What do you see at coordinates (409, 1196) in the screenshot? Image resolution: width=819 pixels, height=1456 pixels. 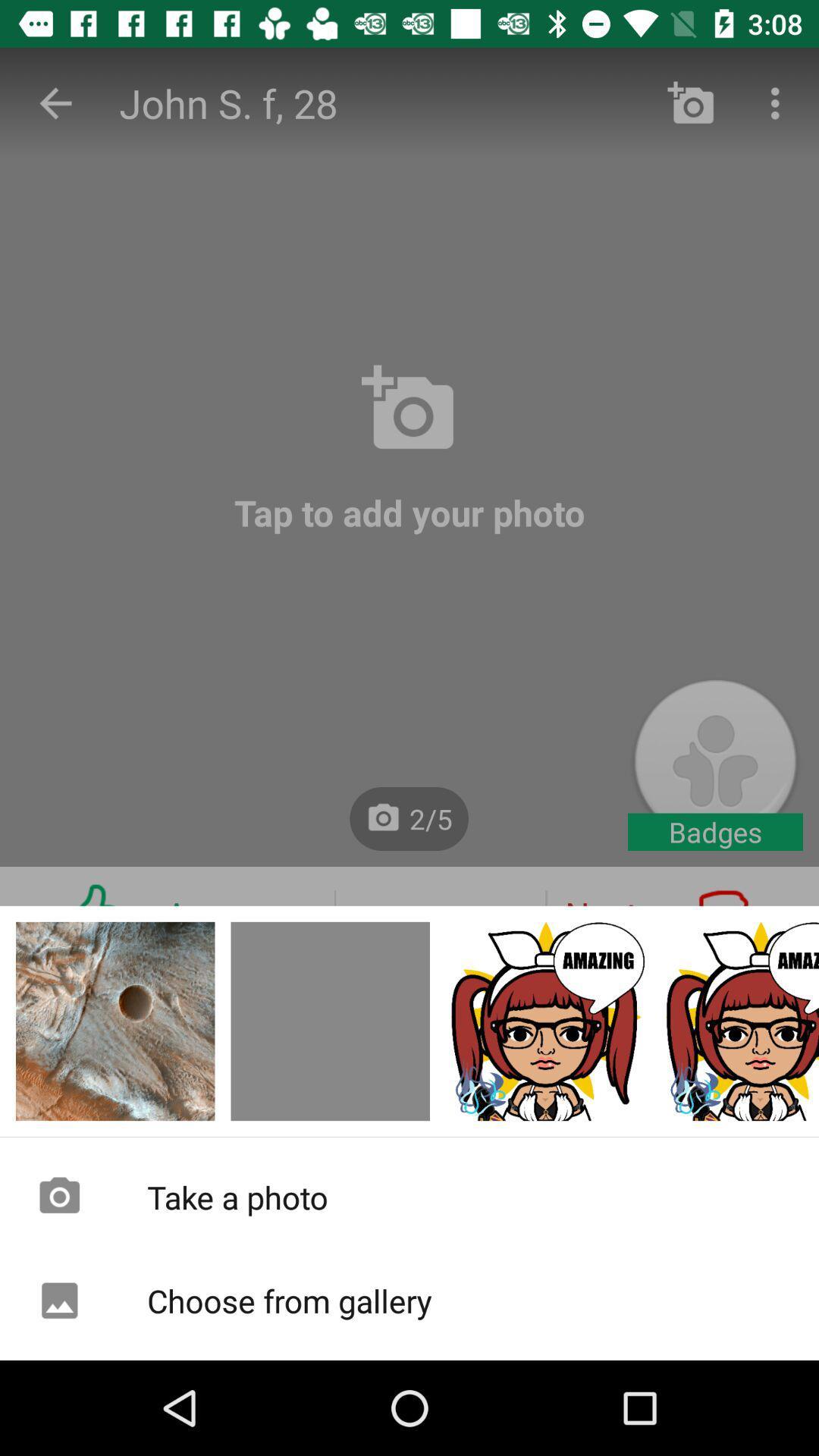 I see `take a photo item` at bounding box center [409, 1196].